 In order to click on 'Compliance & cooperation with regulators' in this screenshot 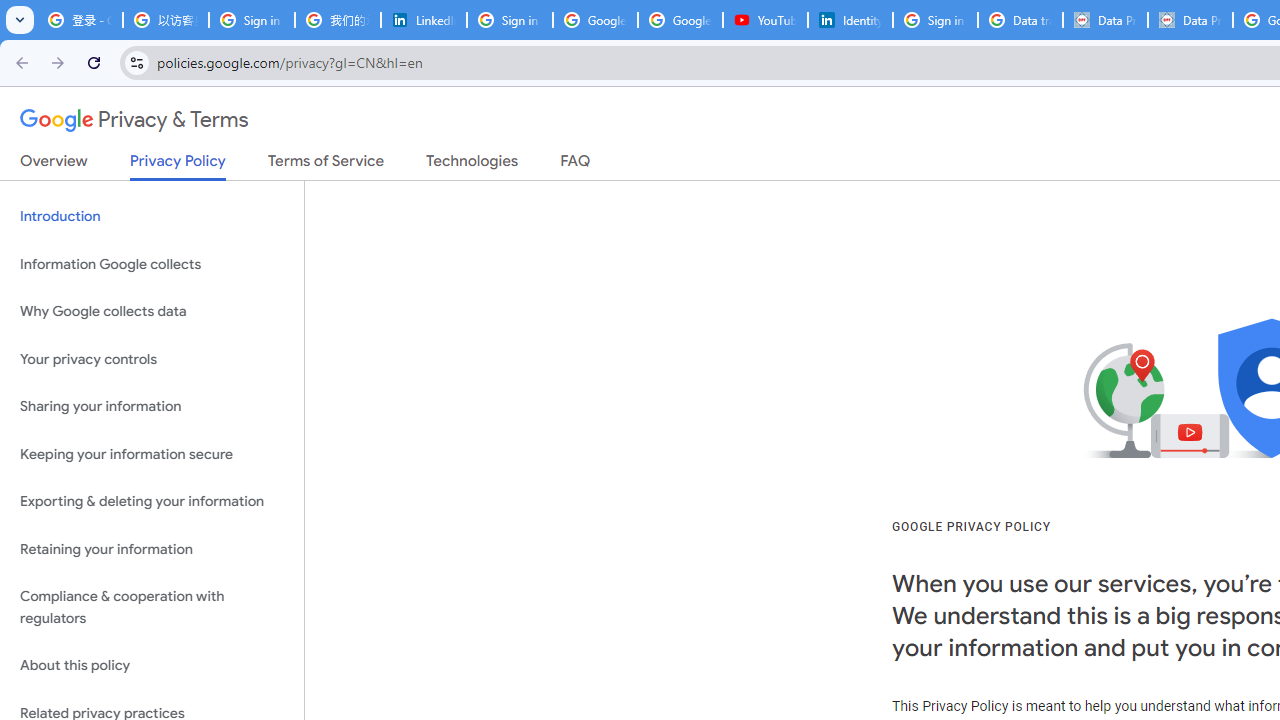, I will do `click(151, 607)`.